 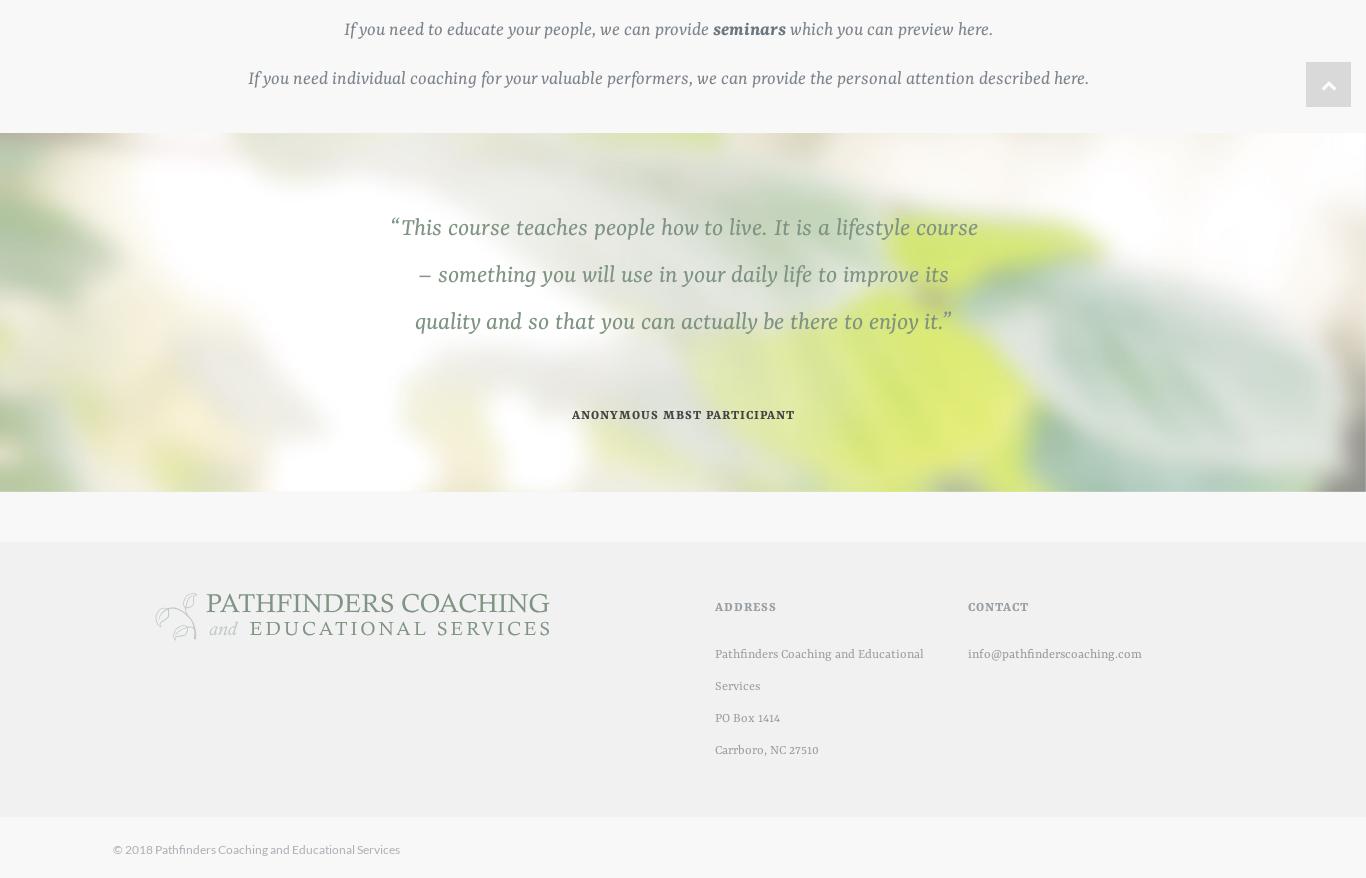 I want to click on 'PO Box 1414', so click(x=747, y=717).